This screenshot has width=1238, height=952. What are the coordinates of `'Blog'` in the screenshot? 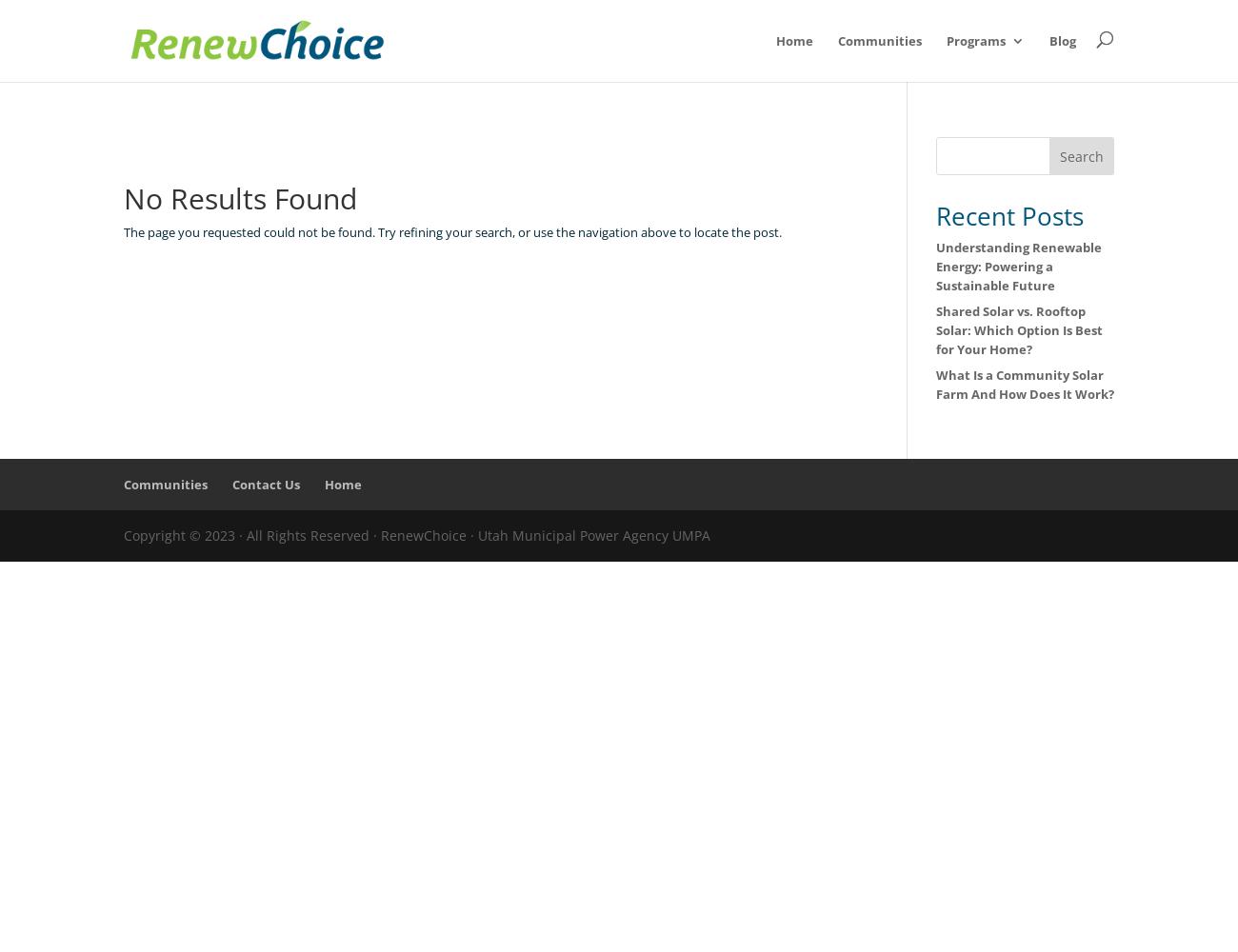 It's located at (1062, 41).